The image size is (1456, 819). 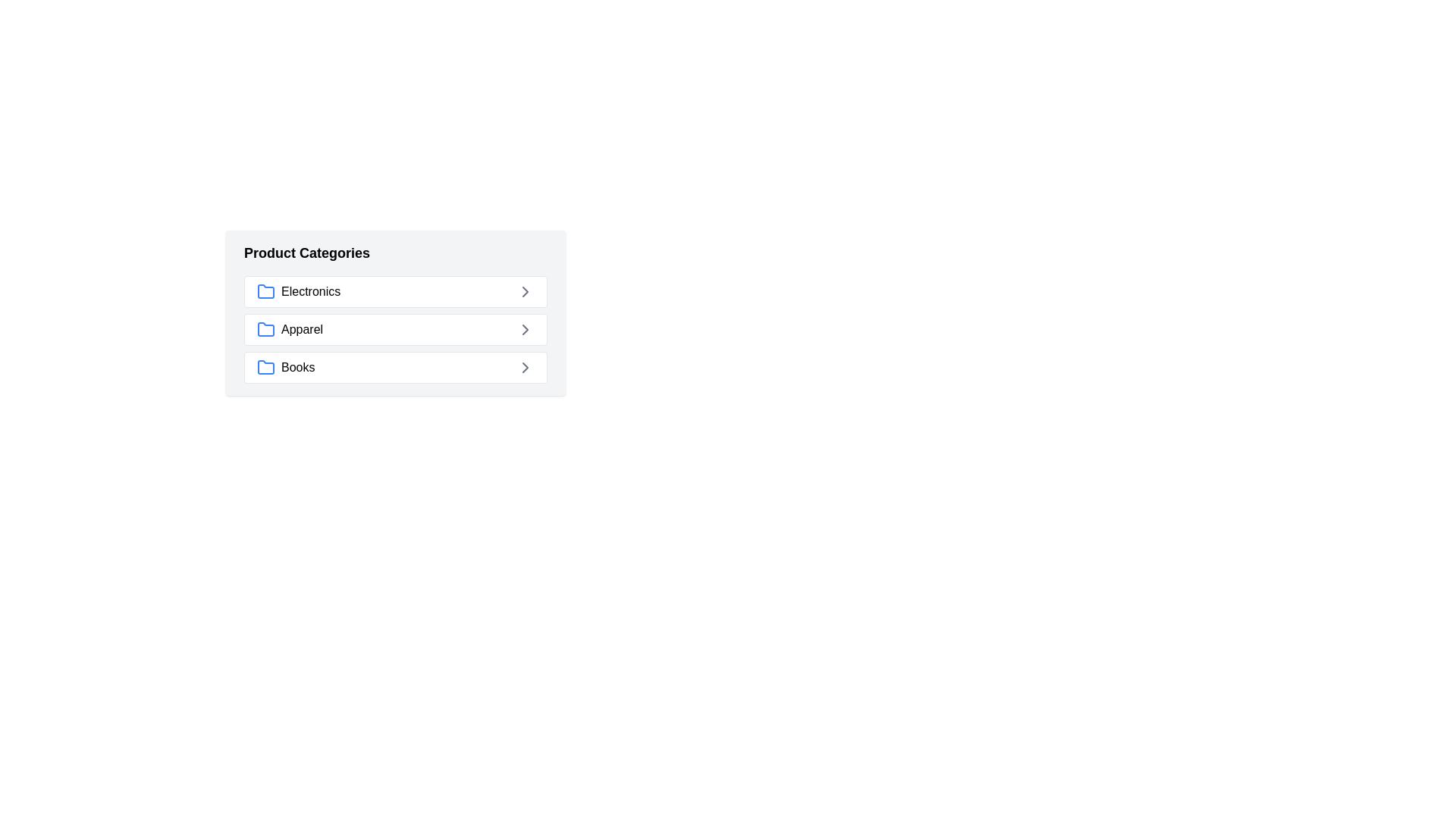 What do you see at coordinates (265, 292) in the screenshot?
I see `the 'Electronics' category icon located at the top left corner of the interface` at bounding box center [265, 292].